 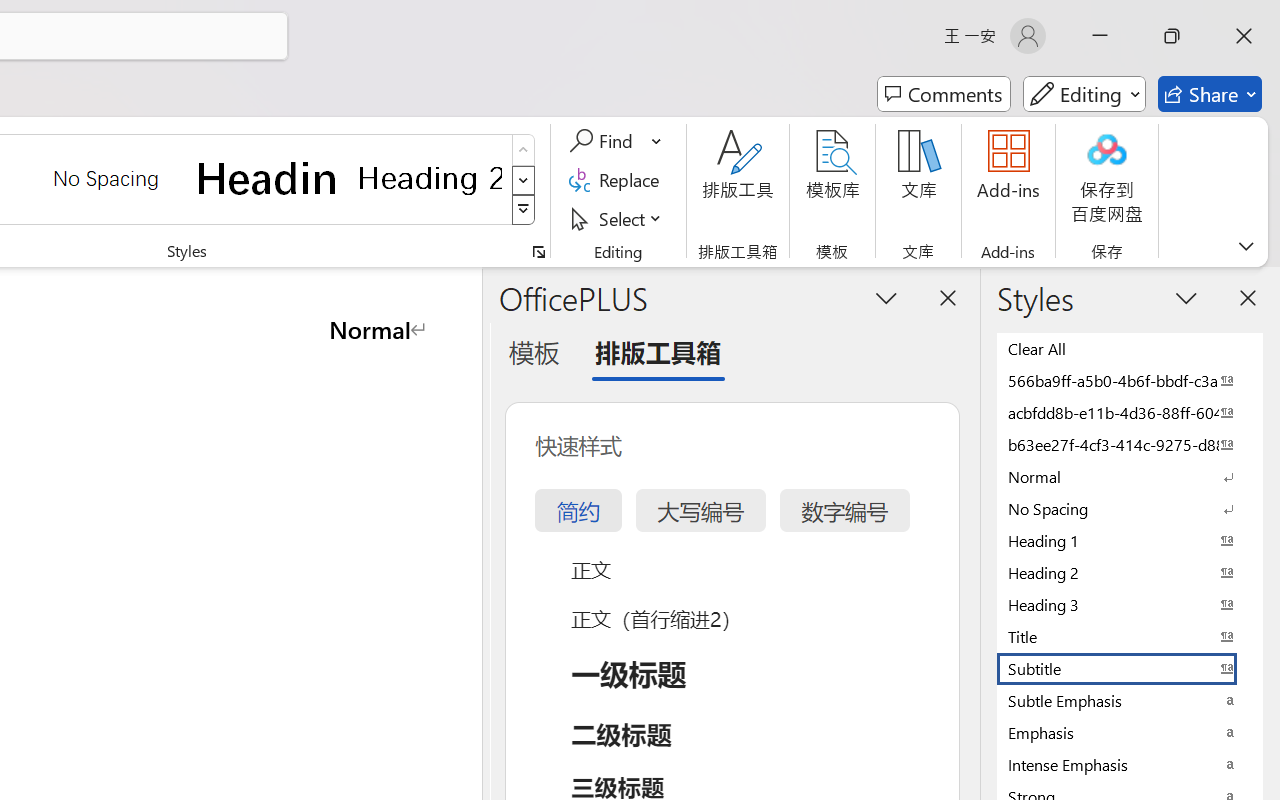 What do you see at coordinates (886, 297) in the screenshot?
I see `'Task Pane Options'` at bounding box center [886, 297].